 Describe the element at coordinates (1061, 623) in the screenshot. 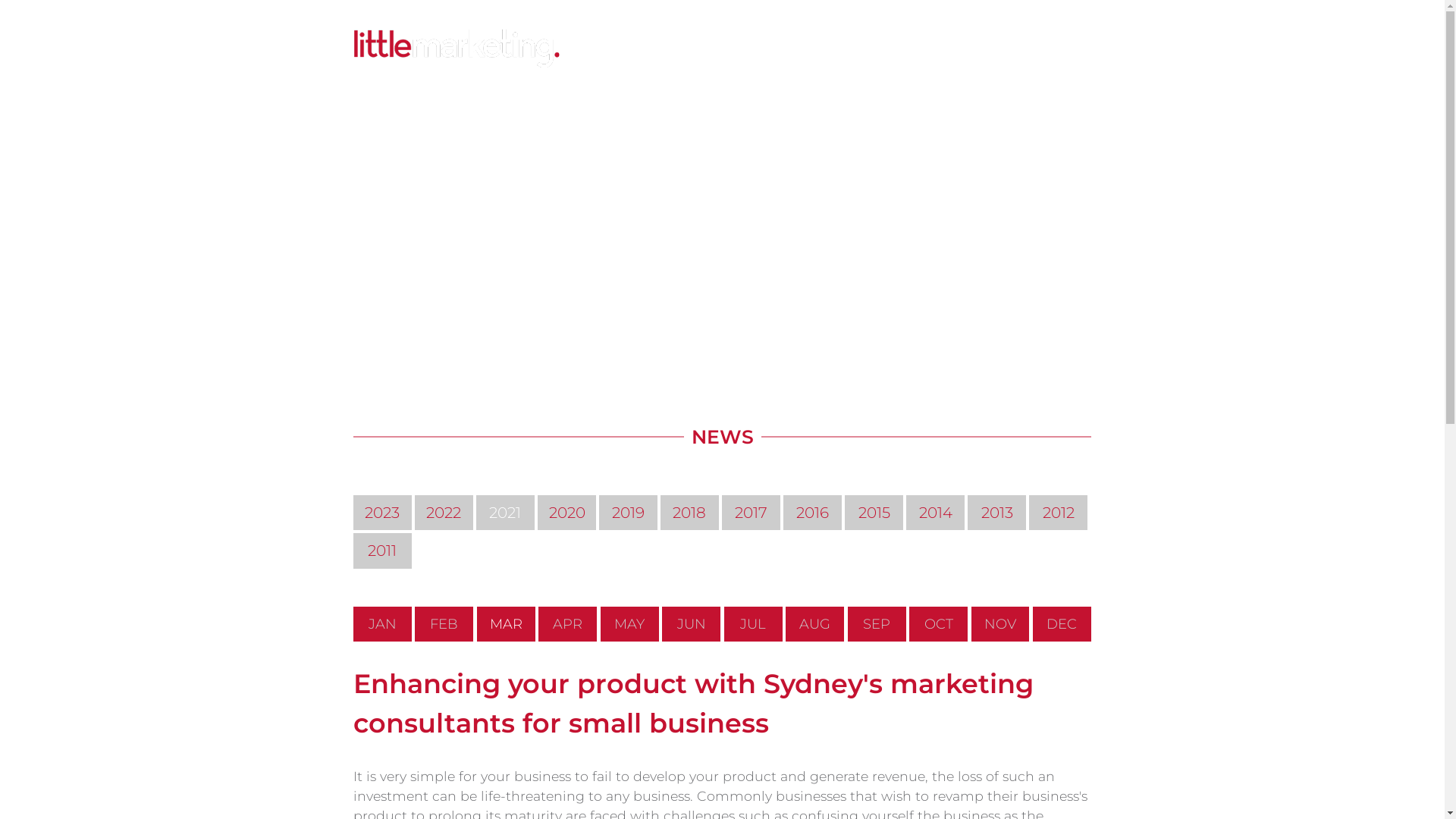

I see `'DEC'` at that location.